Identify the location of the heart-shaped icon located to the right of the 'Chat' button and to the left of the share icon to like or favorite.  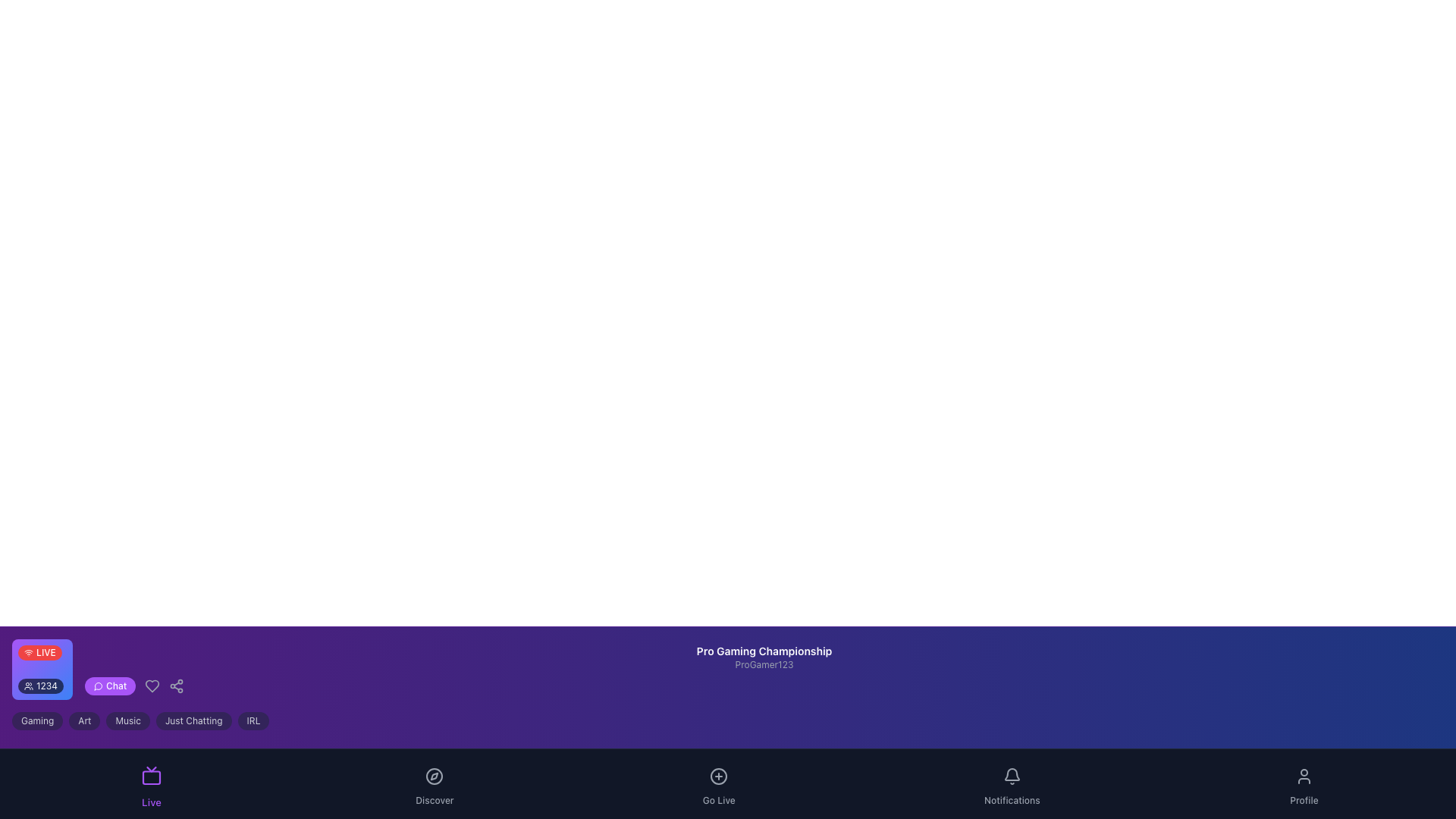
(152, 686).